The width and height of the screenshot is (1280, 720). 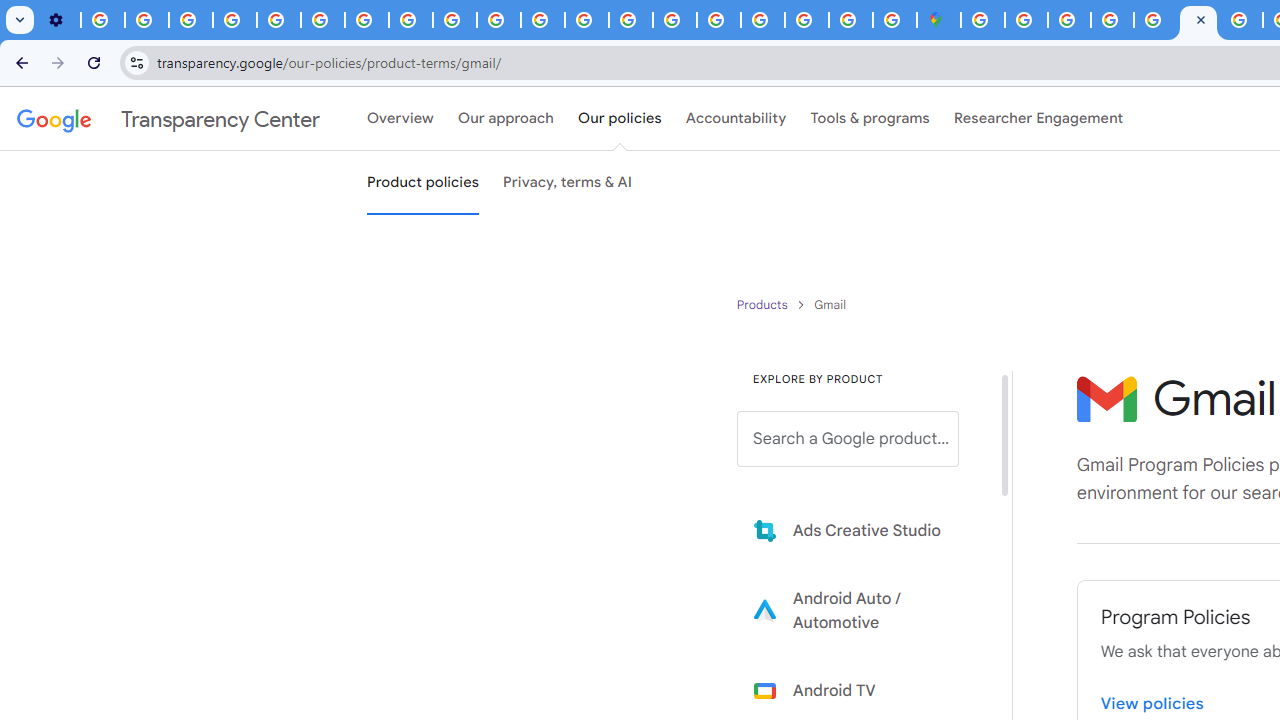 What do you see at coordinates (735, 119) in the screenshot?
I see `'Accountability'` at bounding box center [735, 119].